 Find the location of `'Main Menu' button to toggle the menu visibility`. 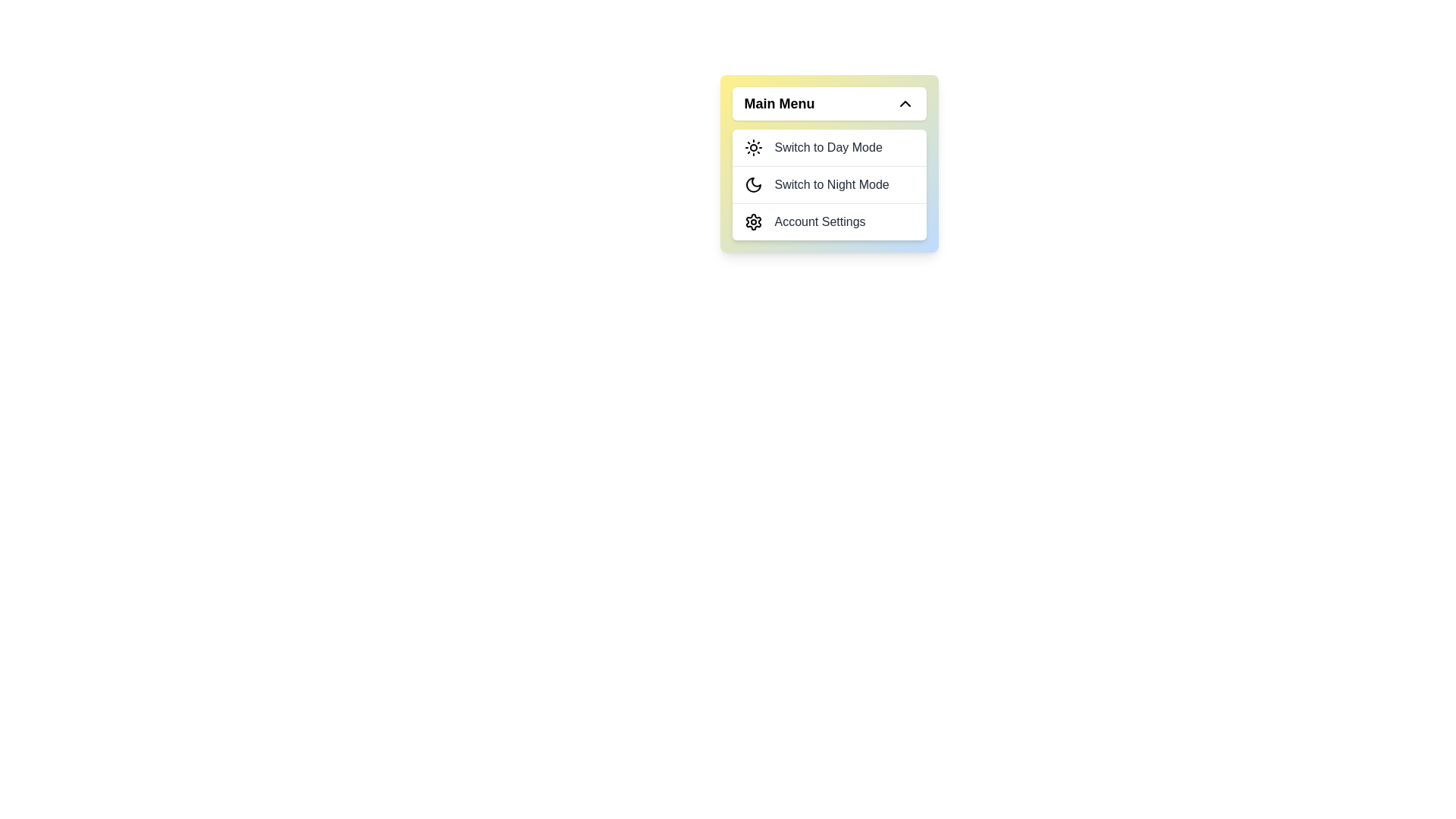

'Main Menu' button to toggle the menu visibility is located at coordinates (828, 103).